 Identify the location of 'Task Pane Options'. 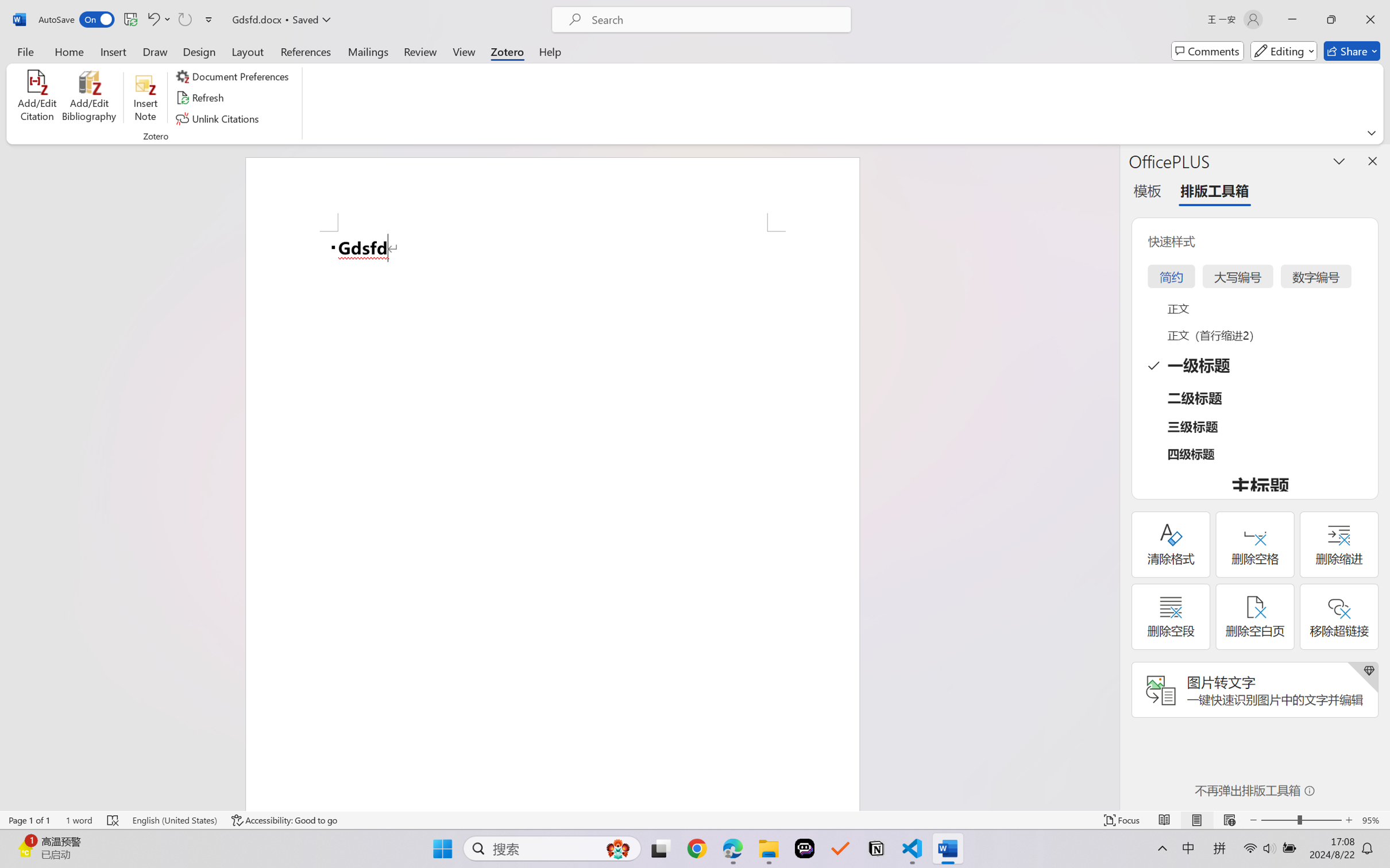
(1339, 161).